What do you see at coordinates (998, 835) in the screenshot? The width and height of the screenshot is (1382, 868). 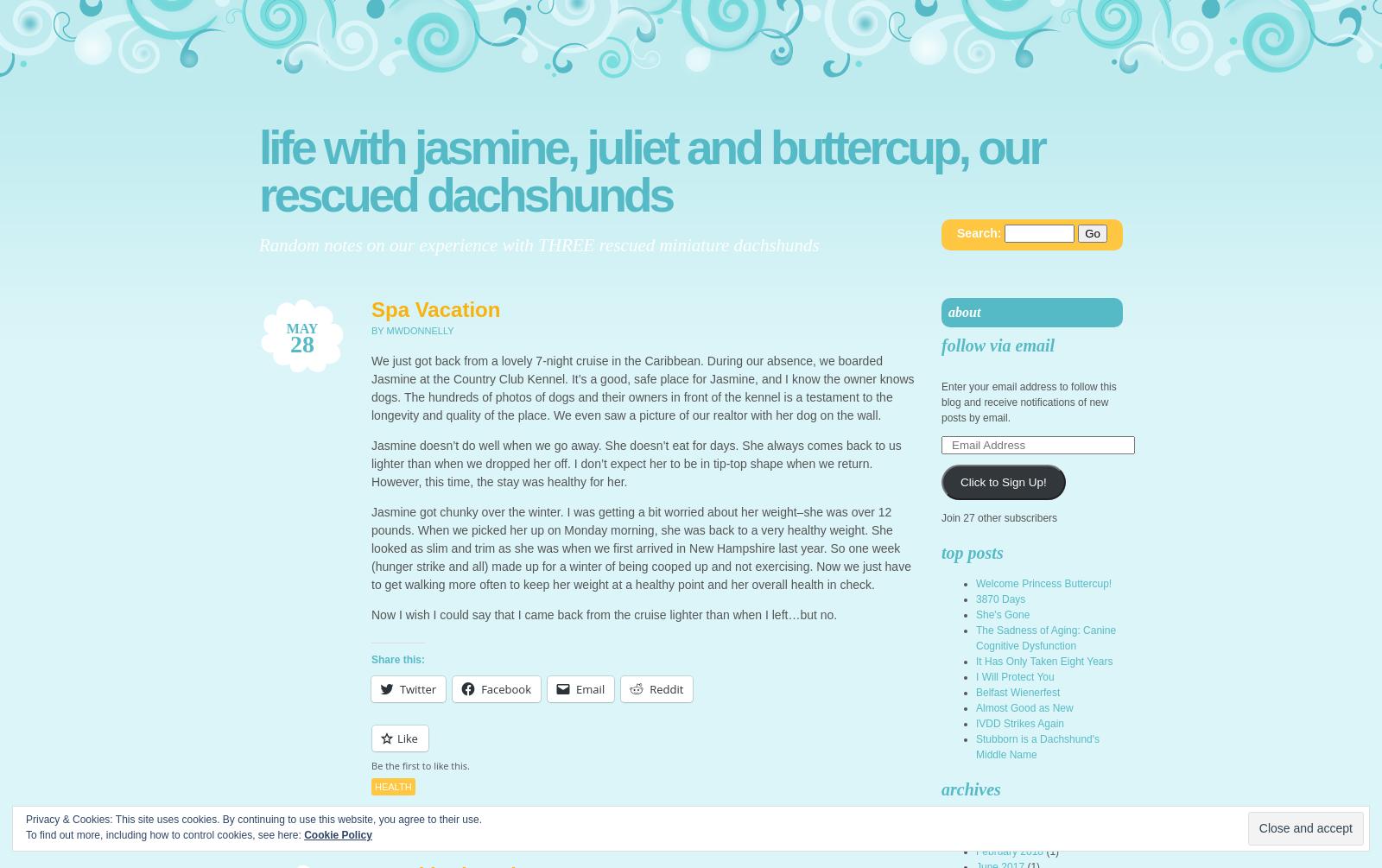 I see `'April 2018'` at bounding box center [998, 835].